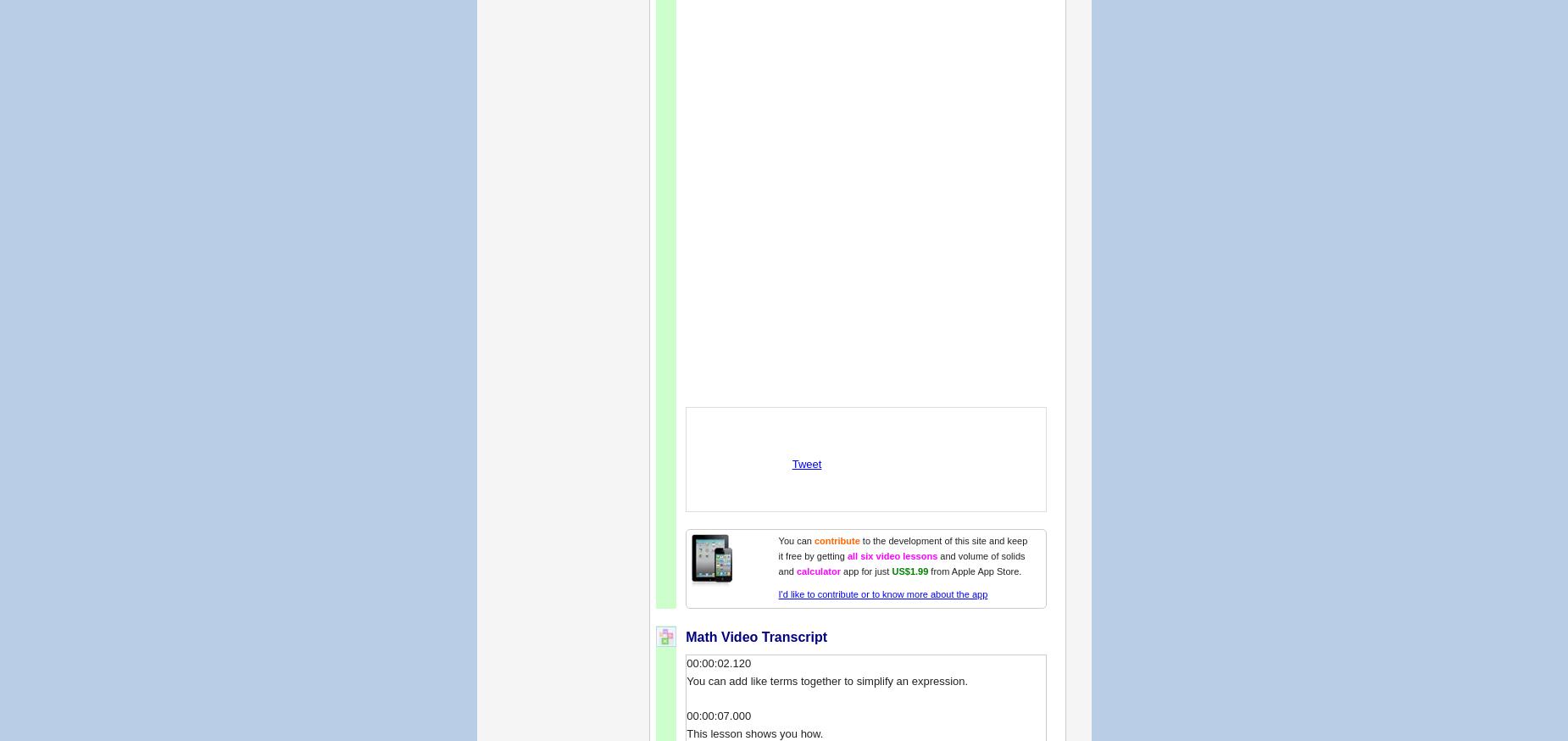  Describe the element at coordinates (686, 661) in the screenshot. I see `'00:00:02.120'` at that location.